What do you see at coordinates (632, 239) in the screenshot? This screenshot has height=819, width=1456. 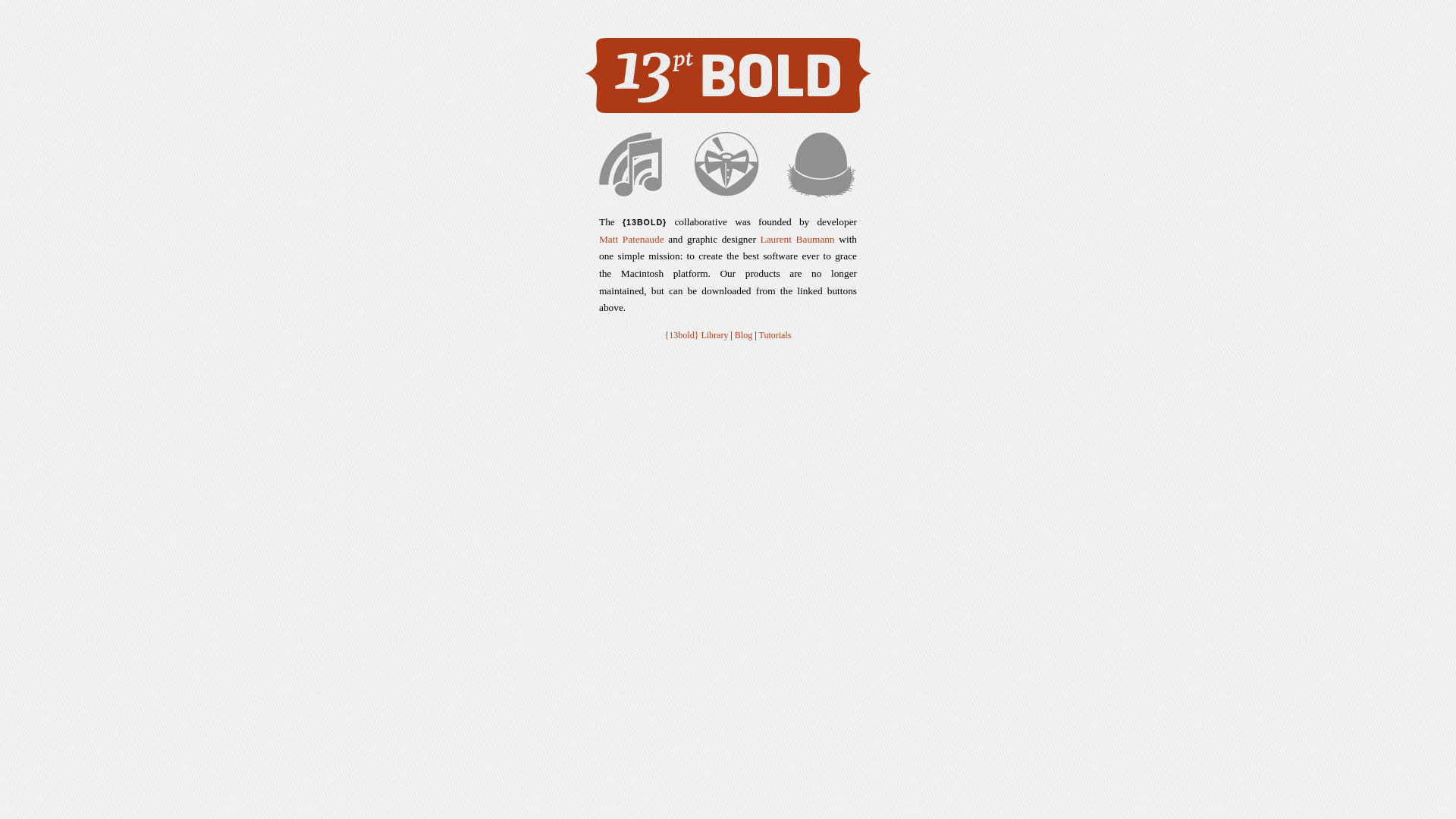 I see `'Matt Patenaude'` at bounding box center [632, 239].